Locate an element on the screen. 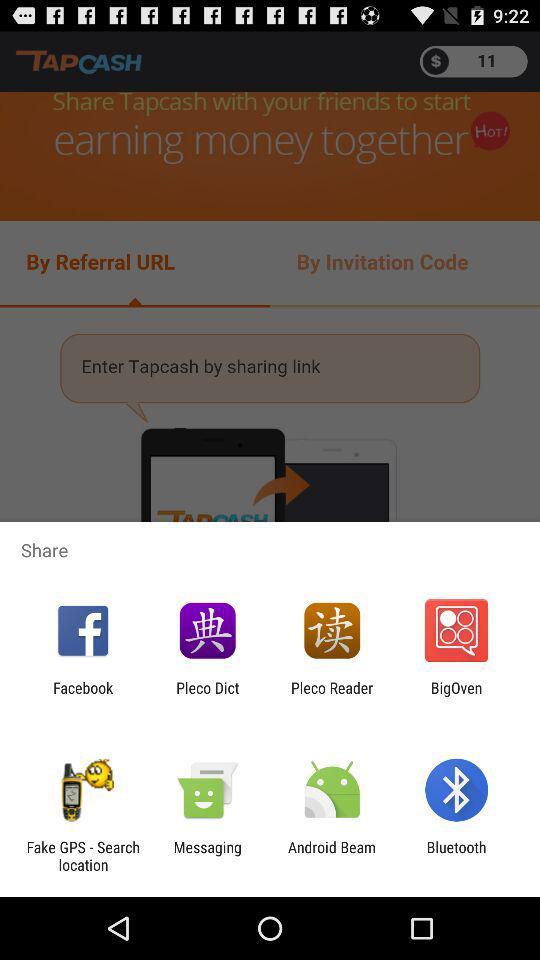 The image size is (540, 960). the app to the right of the messaging app is located at coordinates (332, 855).